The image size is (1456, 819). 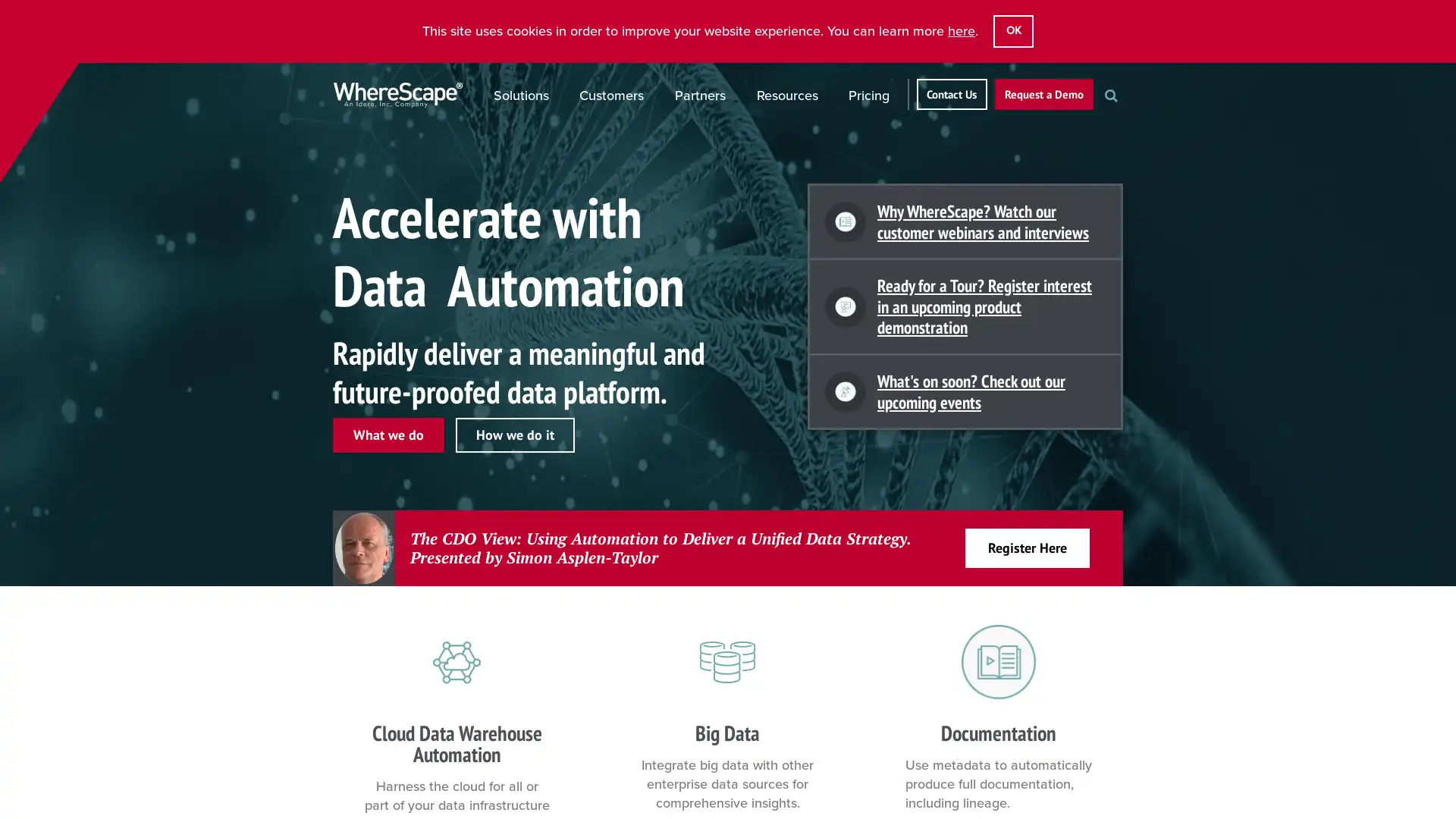 What do you see at coordinates (1012, 31) in the screenshot?
I see `OK` at bounding box center [1012, 31].